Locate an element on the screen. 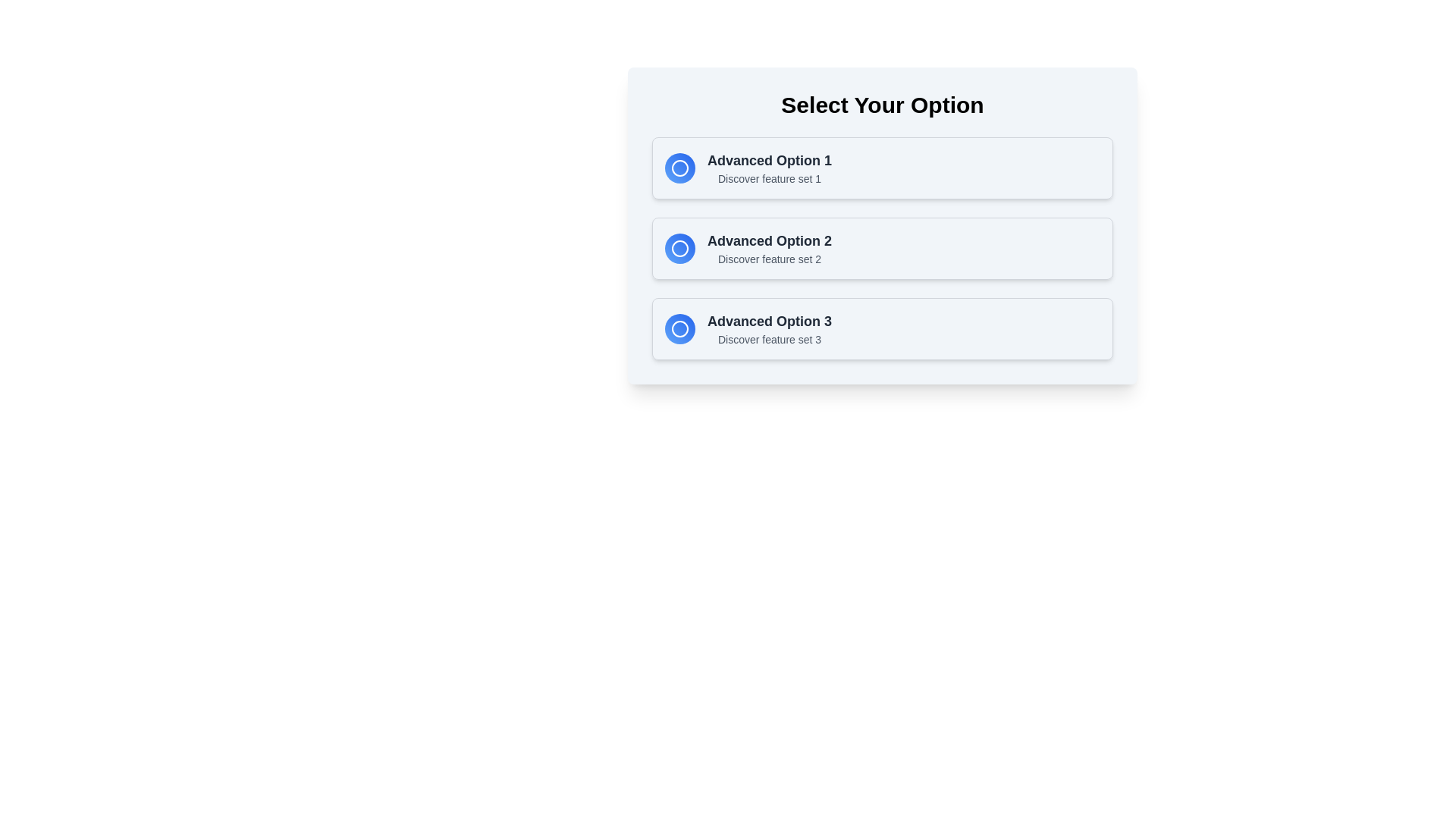 This screenshot has width=1456, height=819. the text label reading 'Discover feature set 2', which is styled in a small gray font and positioned below 'Advanced Option 2' is located at coordinates (770, 259).